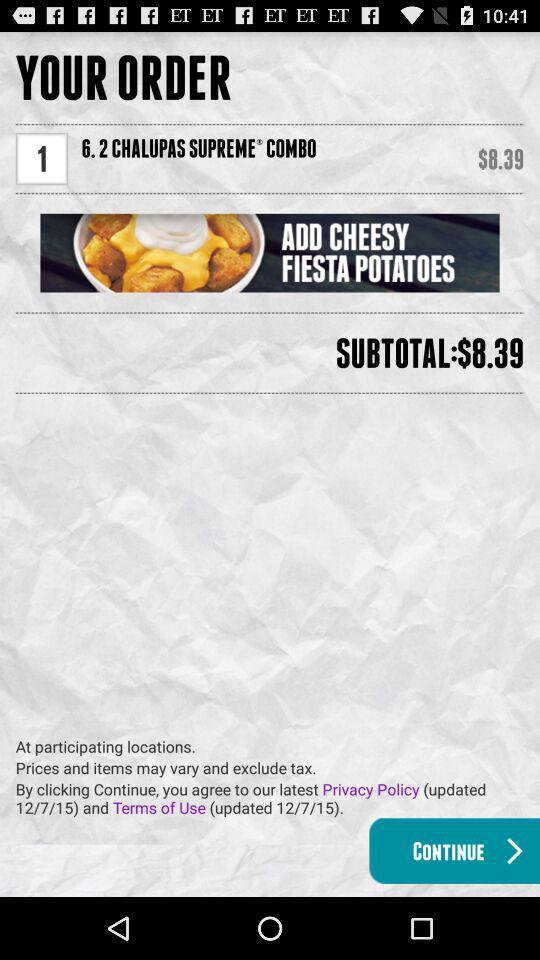  I want to click on icon below the prices and items app, so click(276, 798).